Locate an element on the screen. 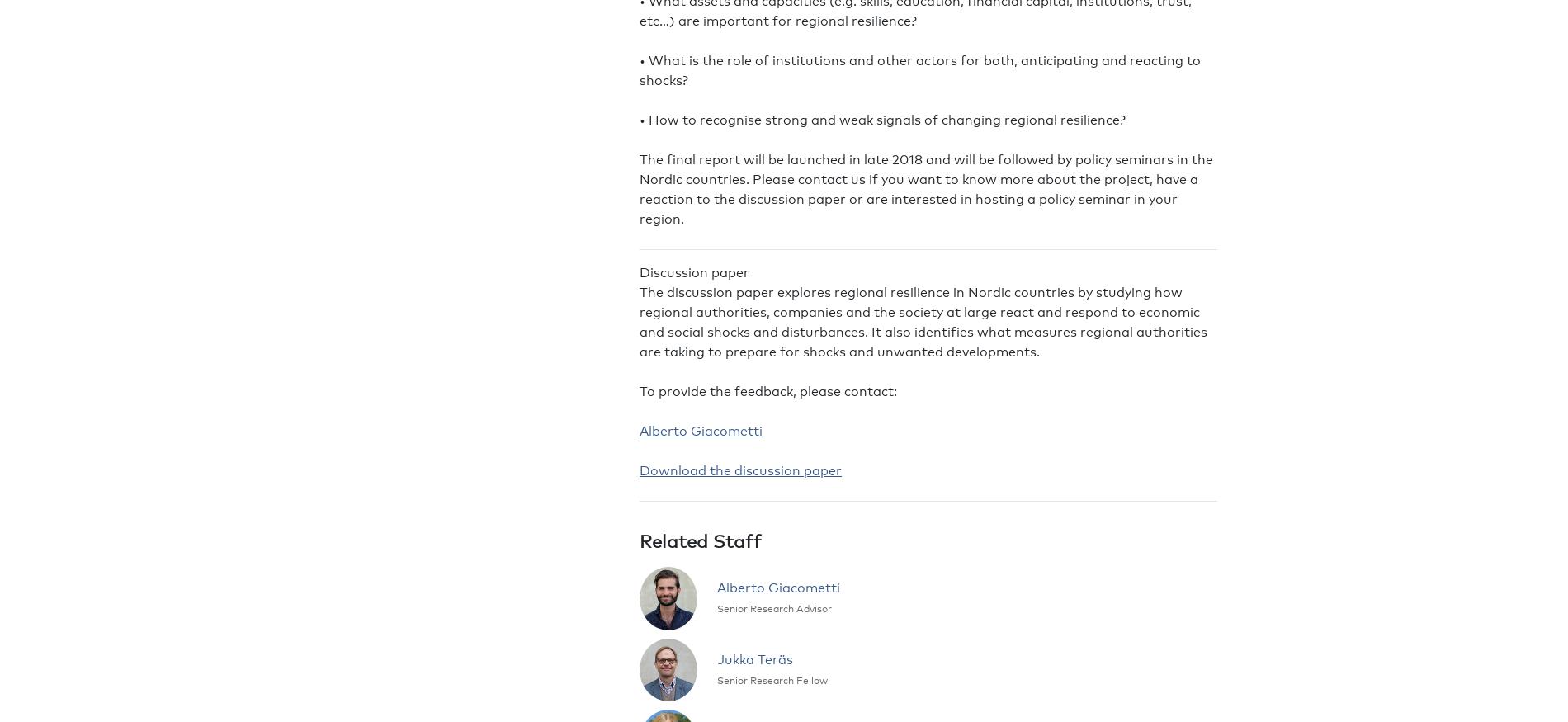 Image resolution: width=1568 pixels, height=722 pixels. 'The final report will be launched in late 2018 and will be followed by policy seminars in the Nordic countries. Please contact us if you want to know more about the project, have a reaction to the discussion paper or are interested in hosting a policy seminar in your region.' is located at coordinates (639, 188).